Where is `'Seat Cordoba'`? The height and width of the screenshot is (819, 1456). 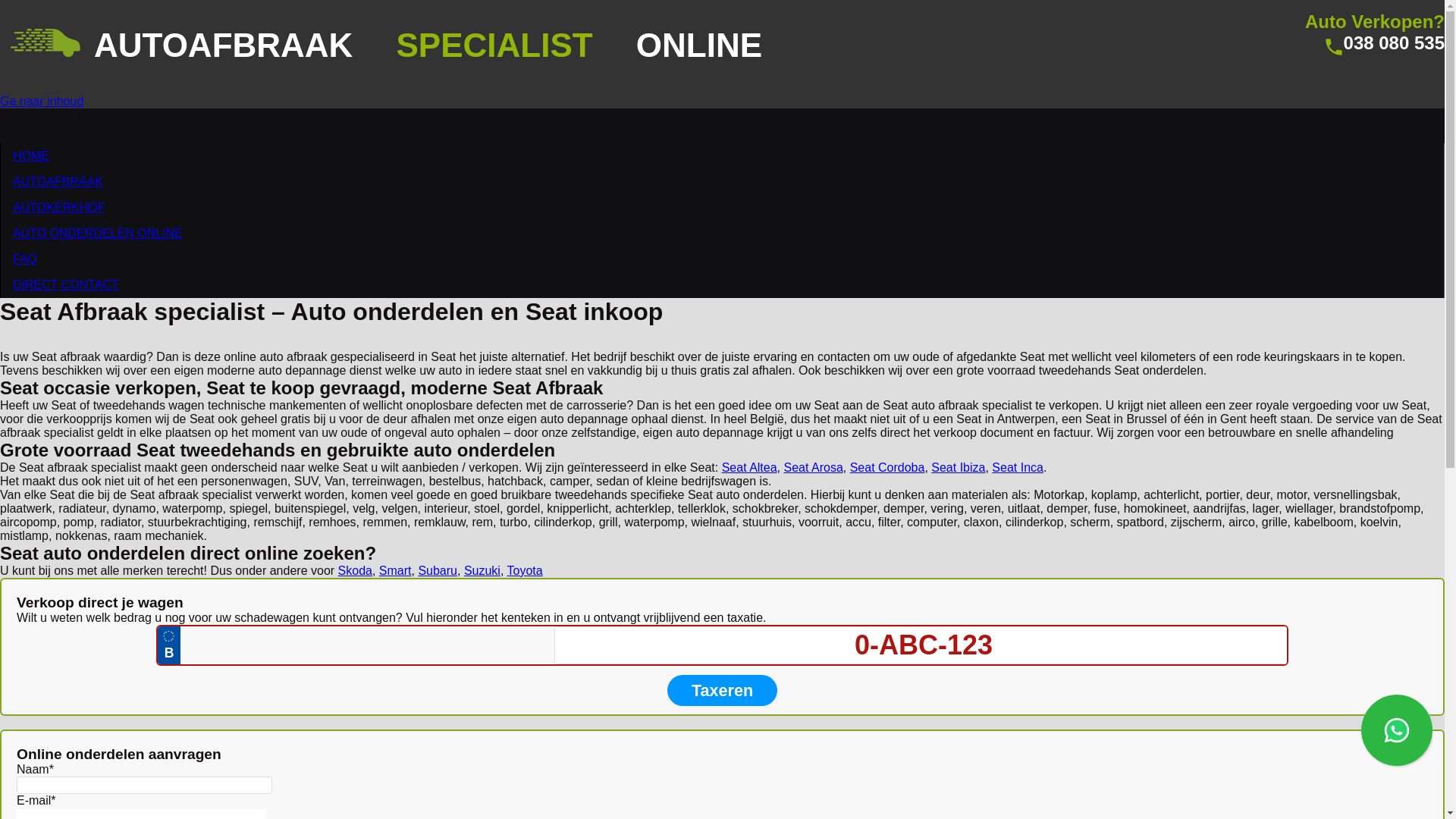 'Seat Cordoba' is located at coordinates (887, 466).